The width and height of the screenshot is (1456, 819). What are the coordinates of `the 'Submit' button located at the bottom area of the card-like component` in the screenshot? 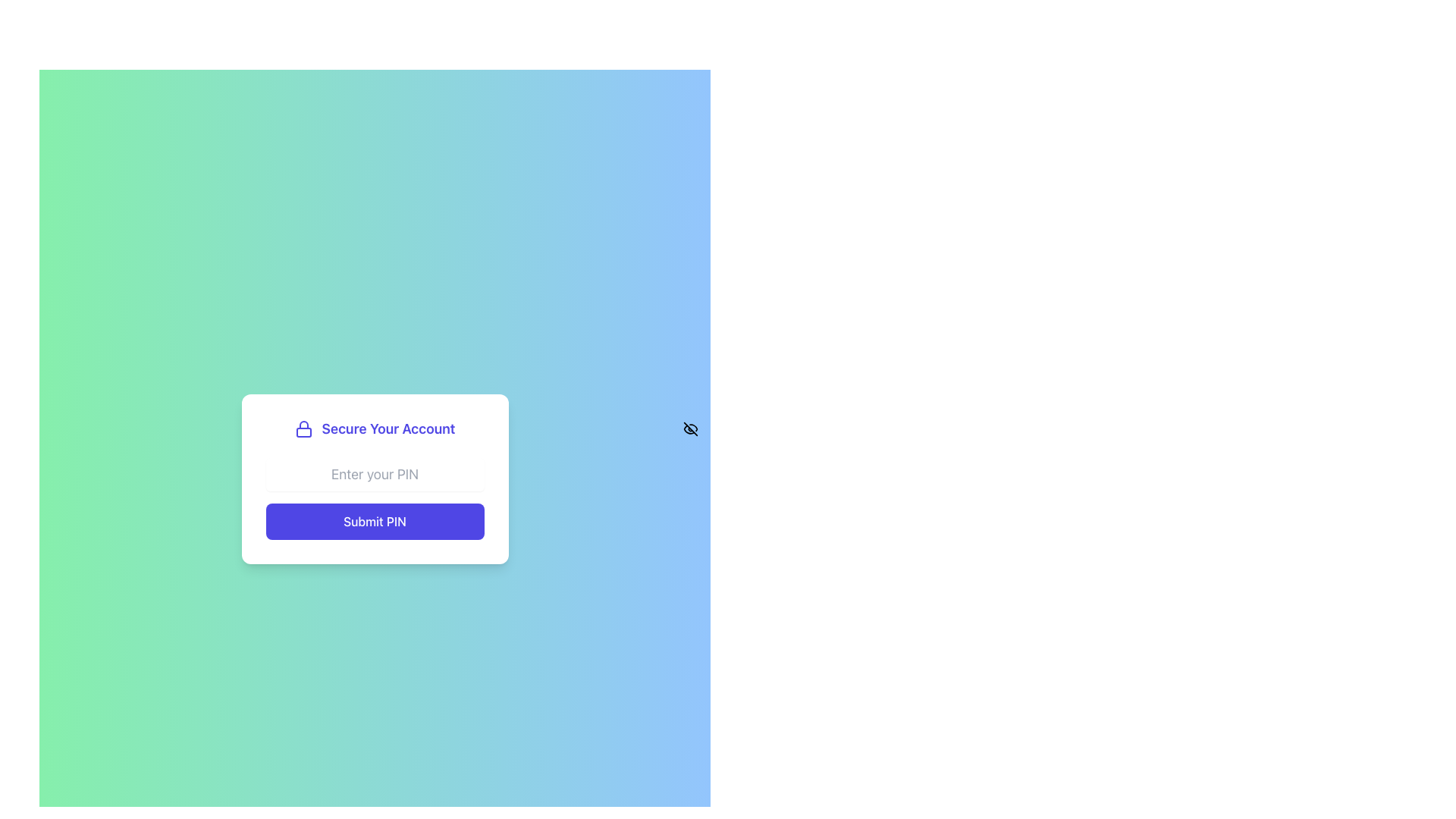 It's located at (375, 520).